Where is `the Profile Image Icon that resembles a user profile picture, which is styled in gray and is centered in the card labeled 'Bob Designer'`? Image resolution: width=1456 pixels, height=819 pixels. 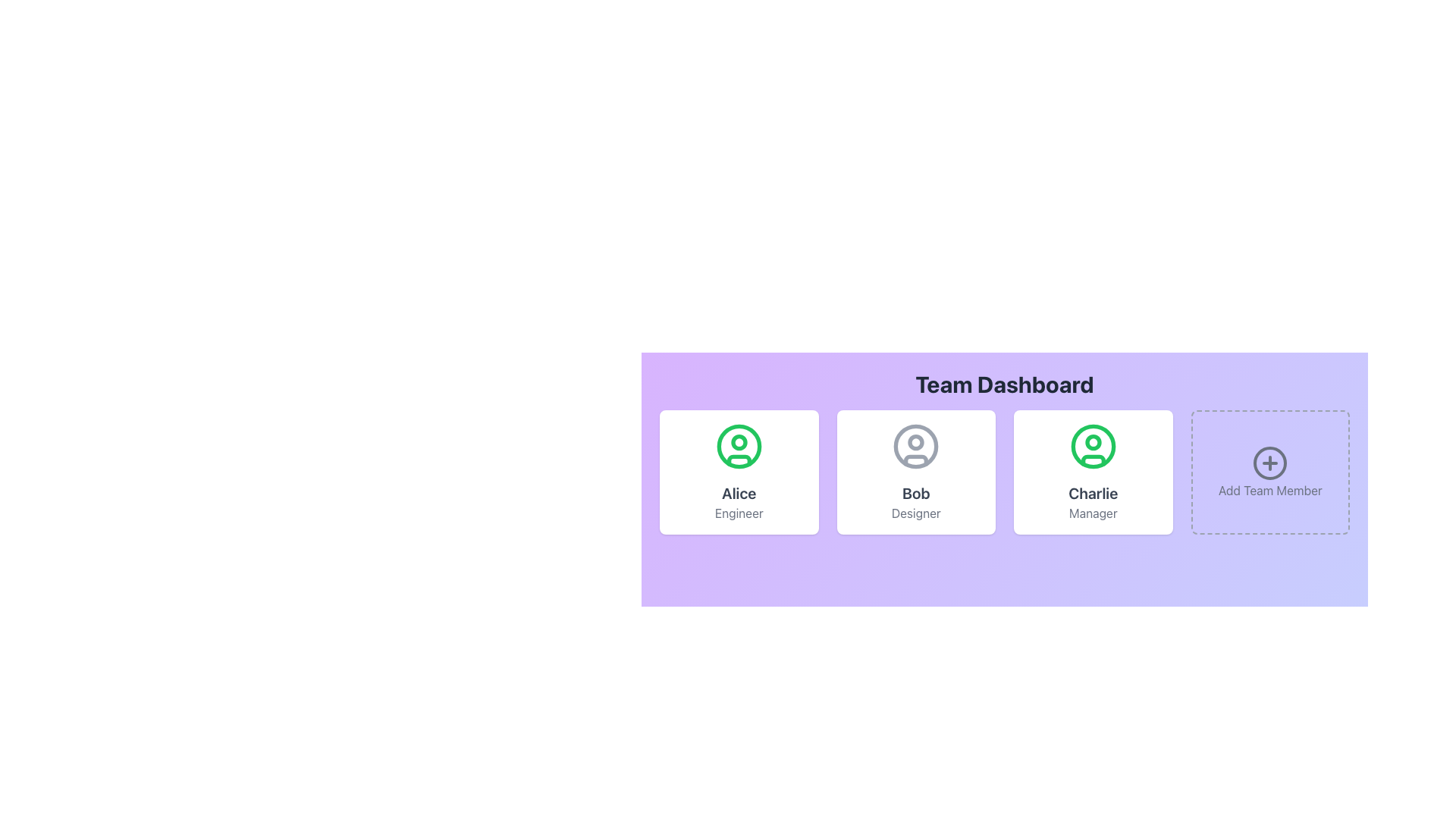
the Profile Image Icon that resembles a user profile picture, which is styled in gray and is centered in the card labeled 'Bob Designer' is located at coordinates (915, 446).